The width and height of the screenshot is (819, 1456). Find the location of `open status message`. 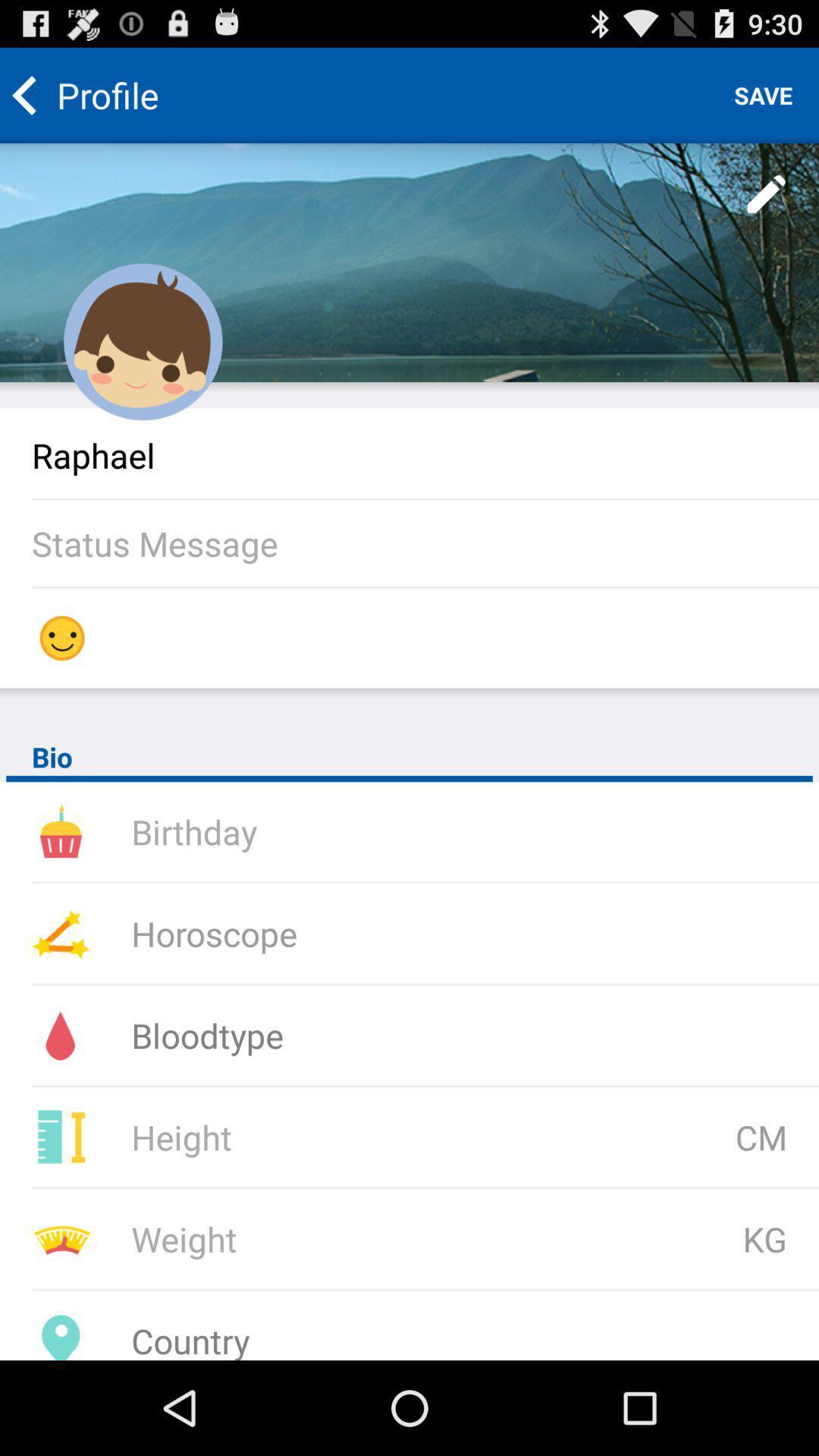

open status message is located at coordinates (425, 543).